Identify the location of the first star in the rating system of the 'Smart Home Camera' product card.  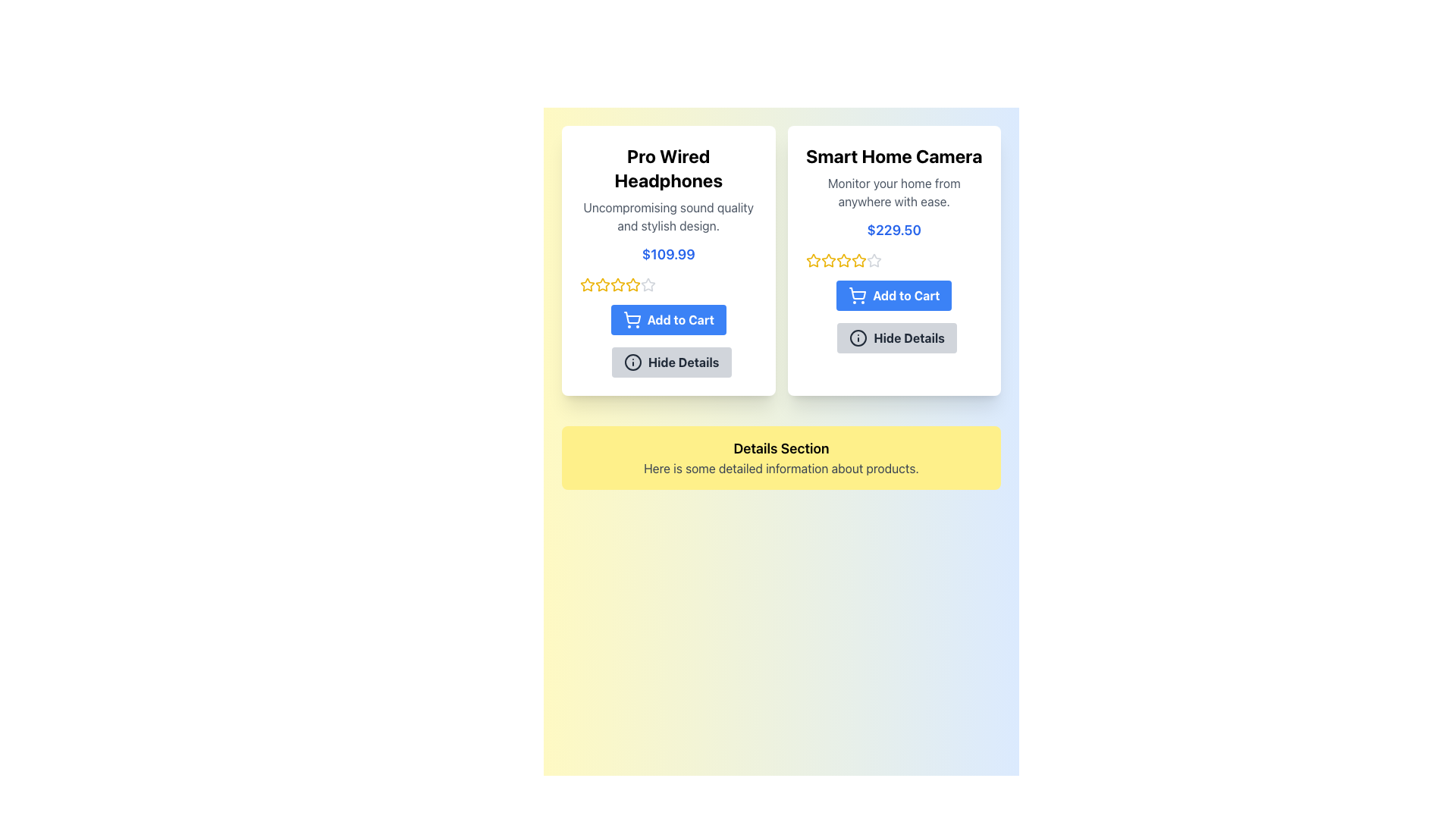
(812, 259).